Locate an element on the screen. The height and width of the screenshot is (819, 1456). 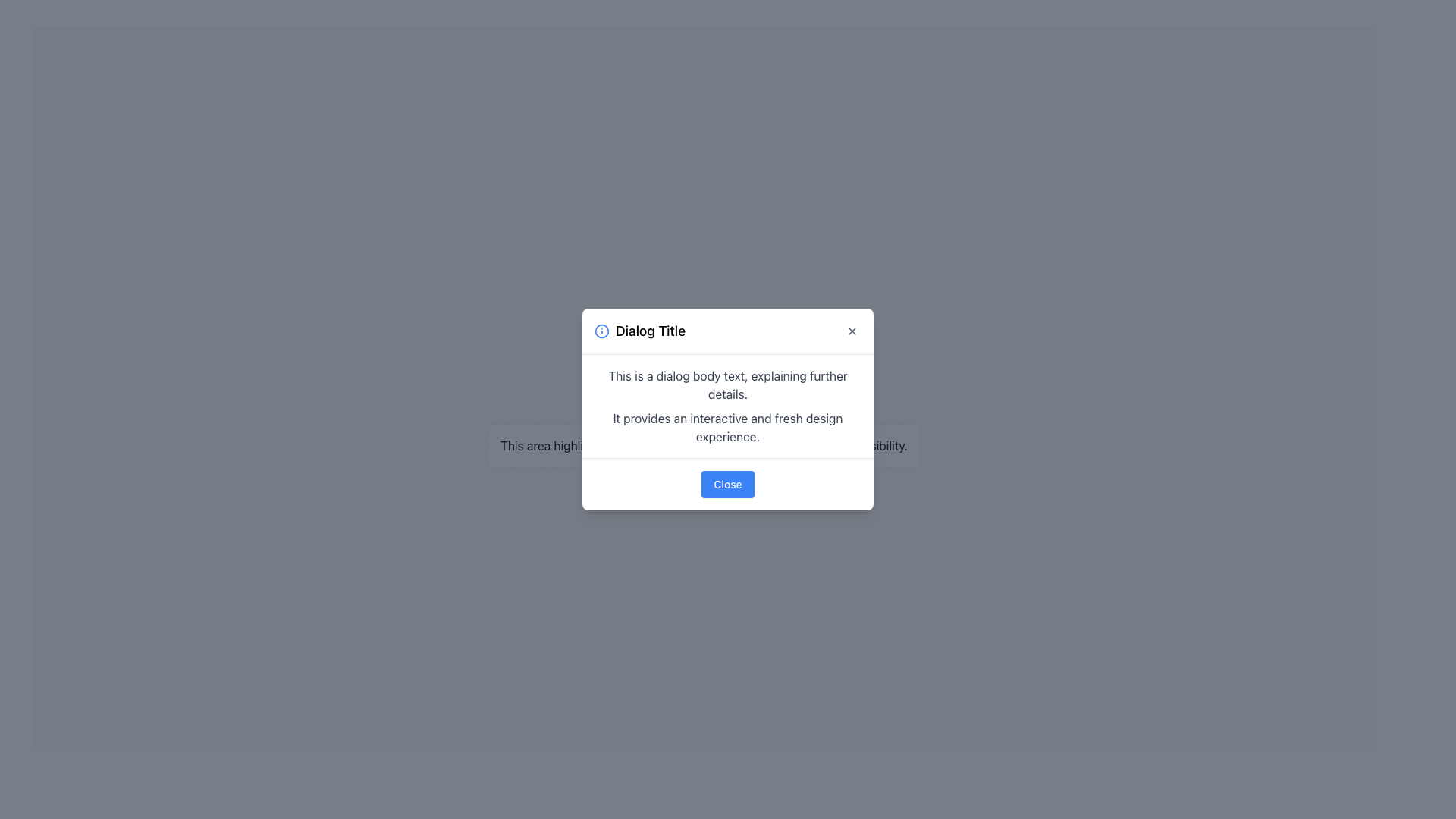
the 'Close' button at the bottom-center of the dialog box to activate its hover effect, changing its background color is located at coordinates (728, 485).